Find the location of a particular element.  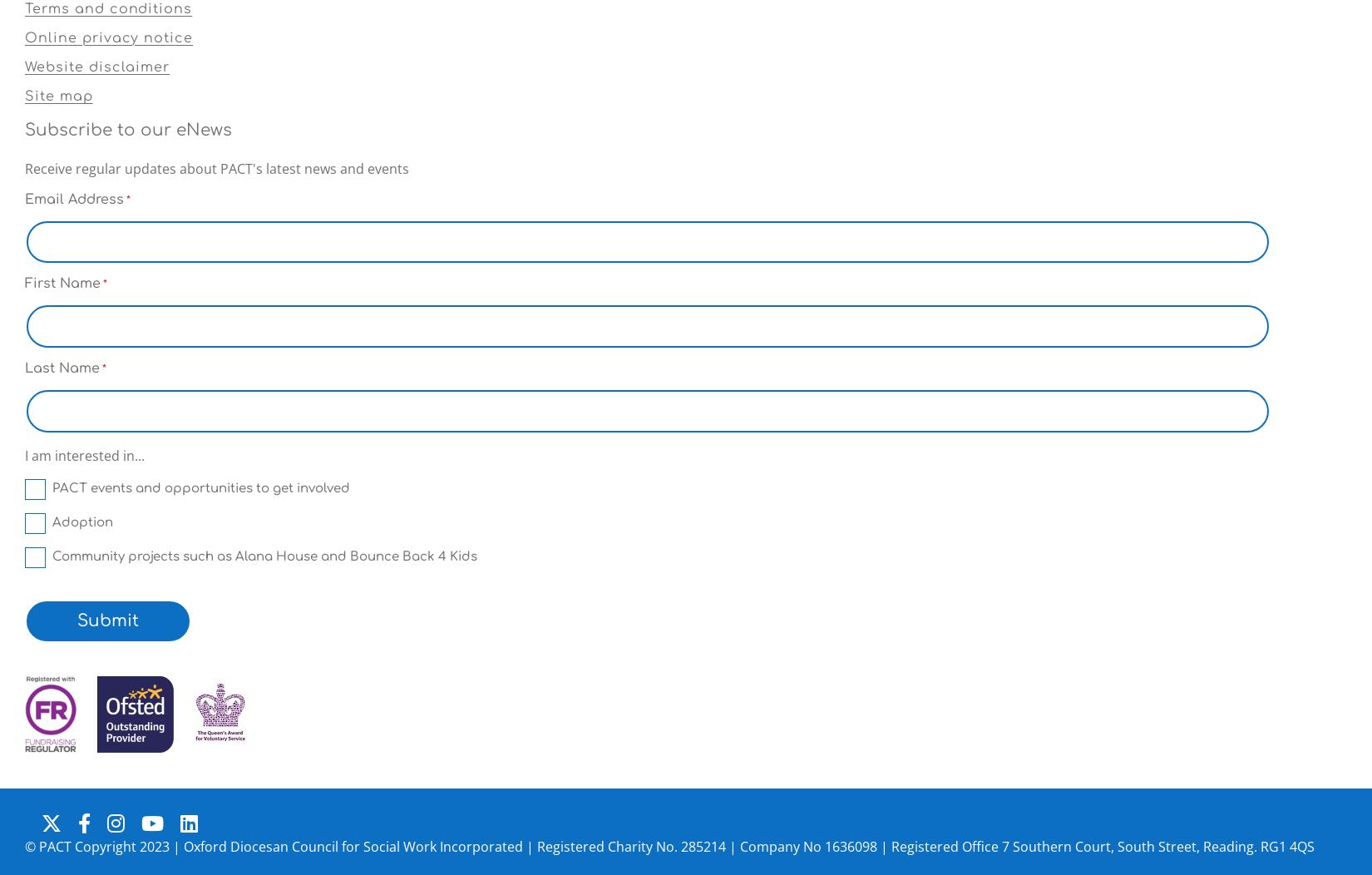

'Adoption' is located at coordinates (52, 522).